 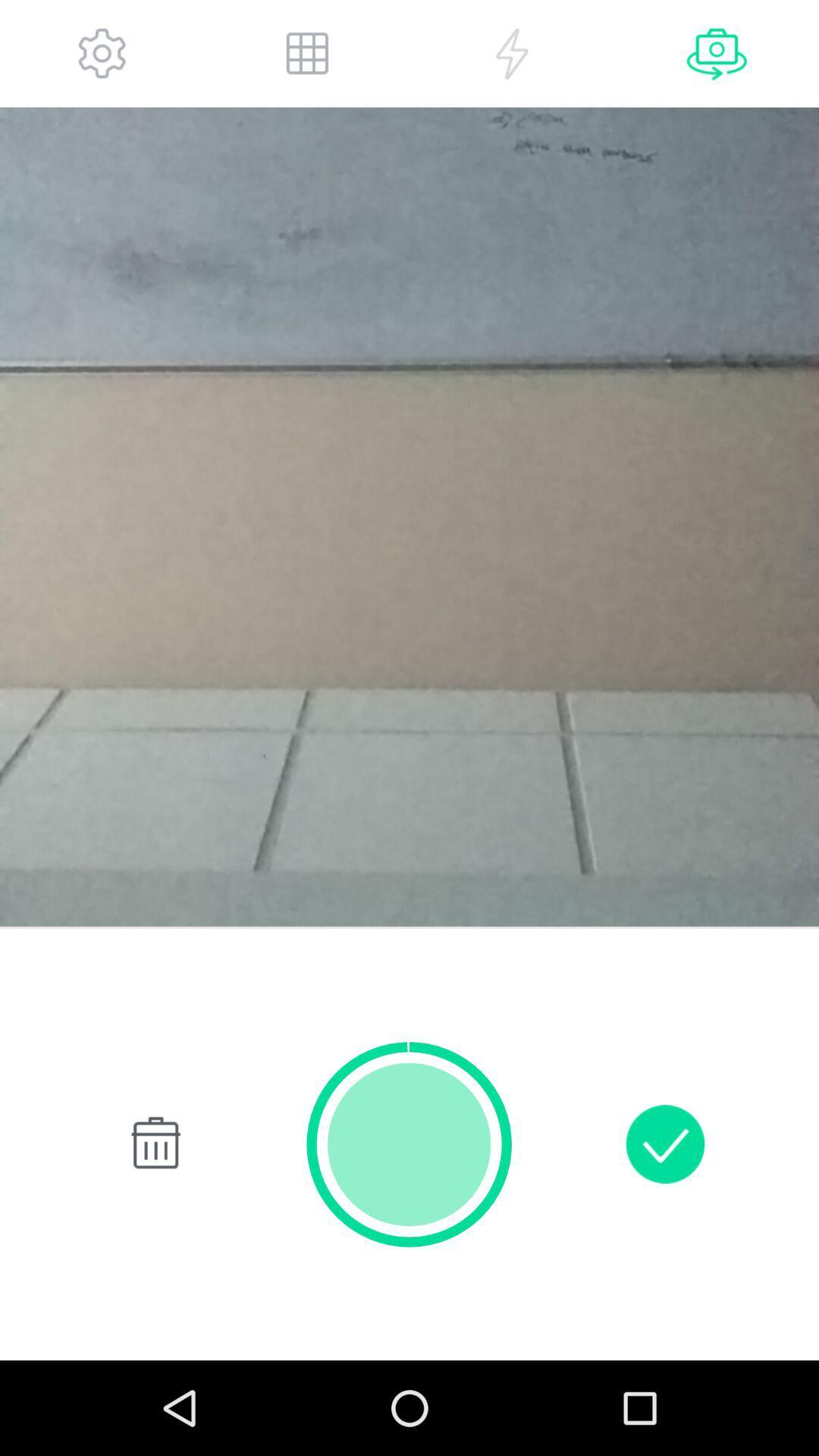 I want to click on the microphone icon, so click(x=717, y=57).